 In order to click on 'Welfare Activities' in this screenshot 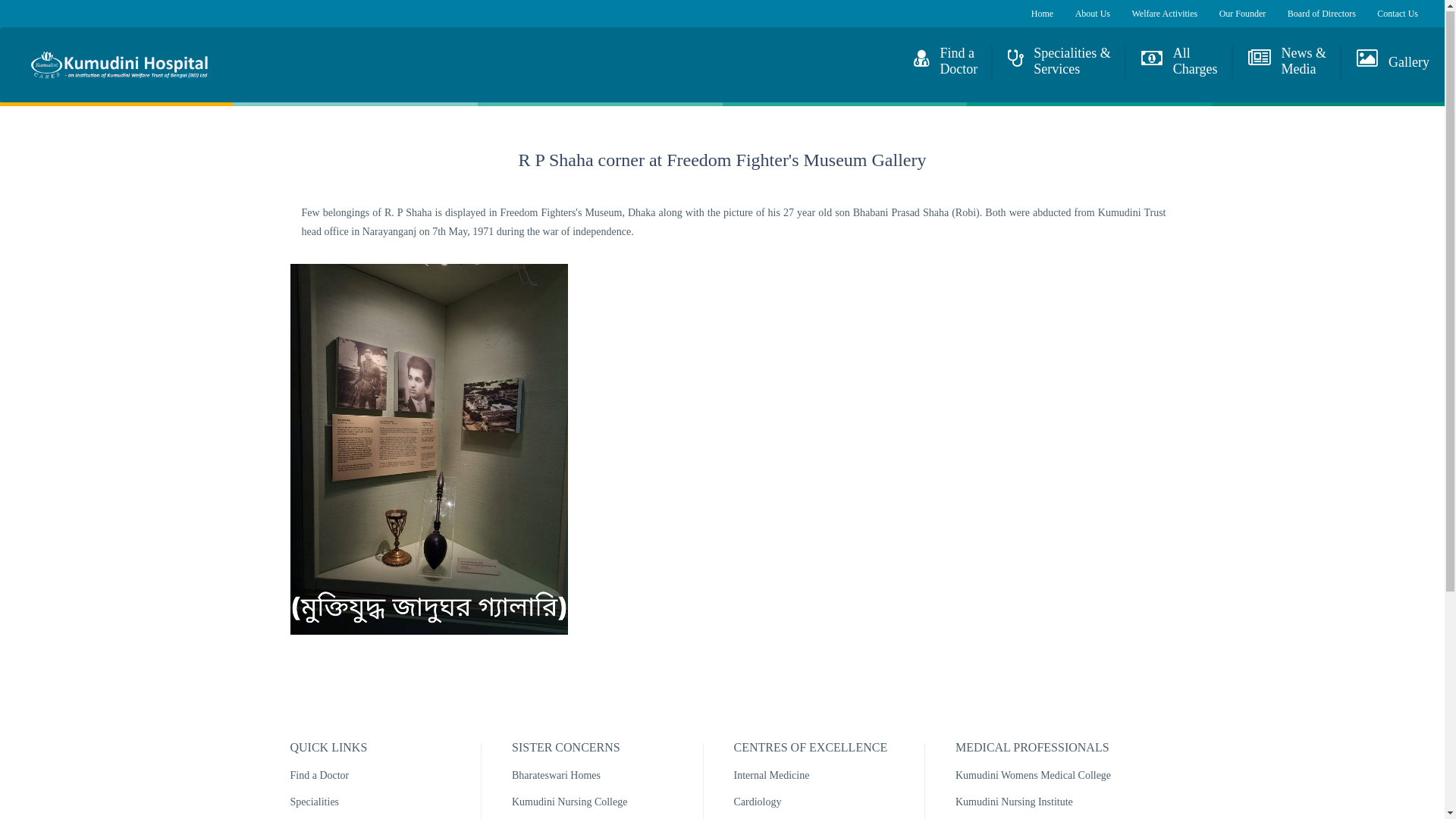, I will do `click(1163, 14)`.